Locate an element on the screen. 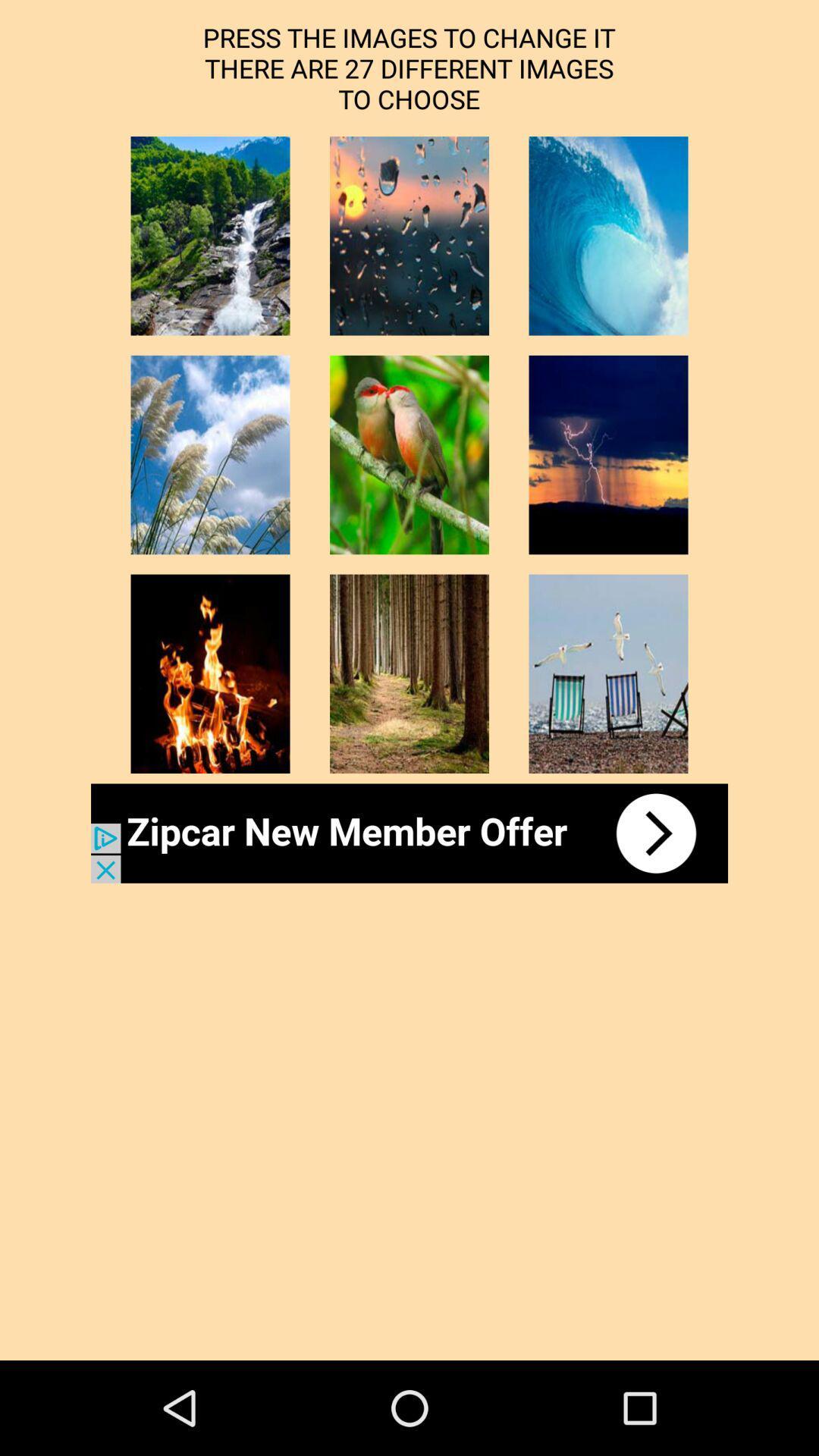 Image resolution: width=819 pixels, height=1456 pixels. image is located at coordinates (409, 235).